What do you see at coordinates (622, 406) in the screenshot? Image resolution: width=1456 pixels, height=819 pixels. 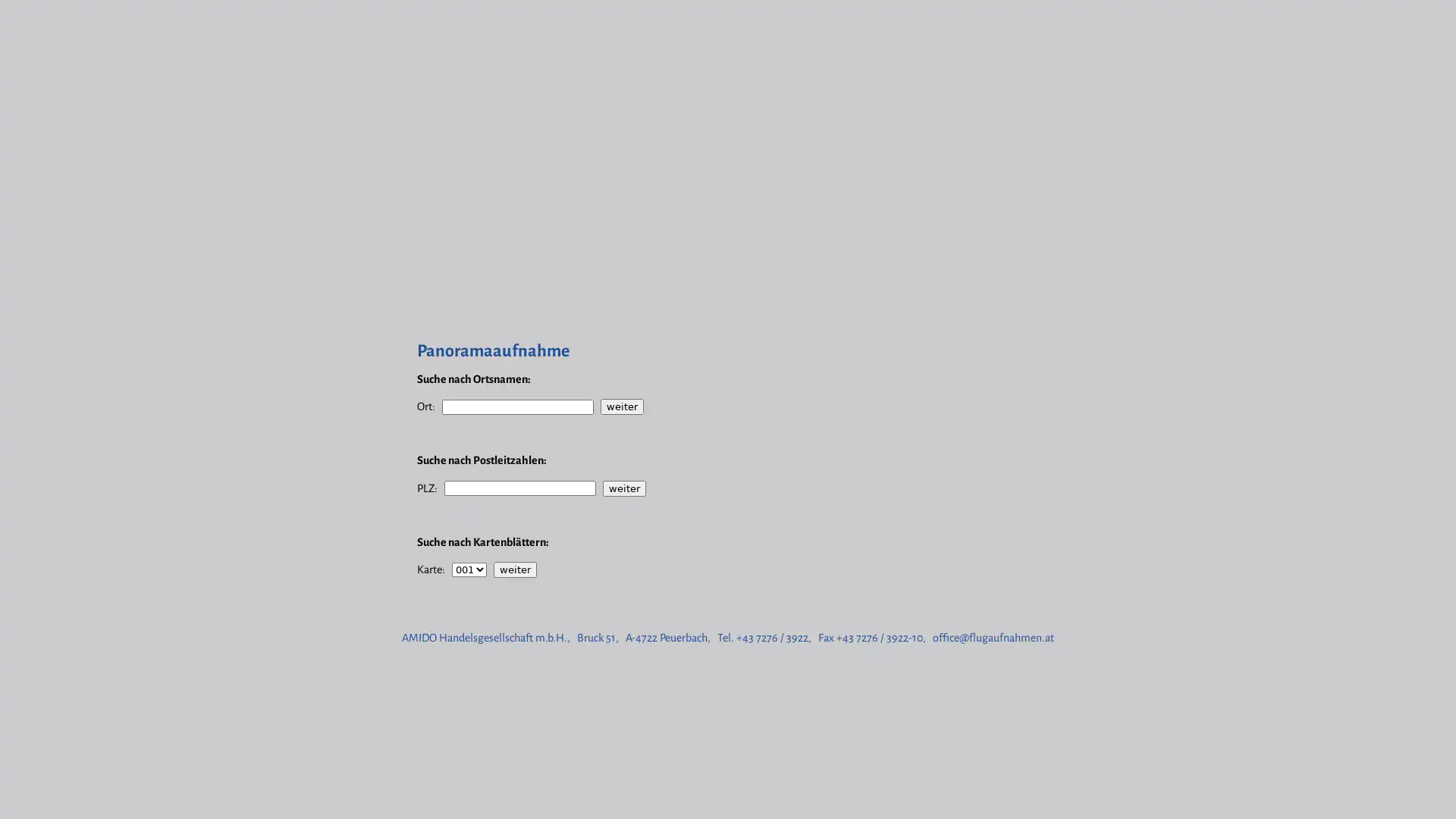 I see `weiter` at bounding box center [622, 406].